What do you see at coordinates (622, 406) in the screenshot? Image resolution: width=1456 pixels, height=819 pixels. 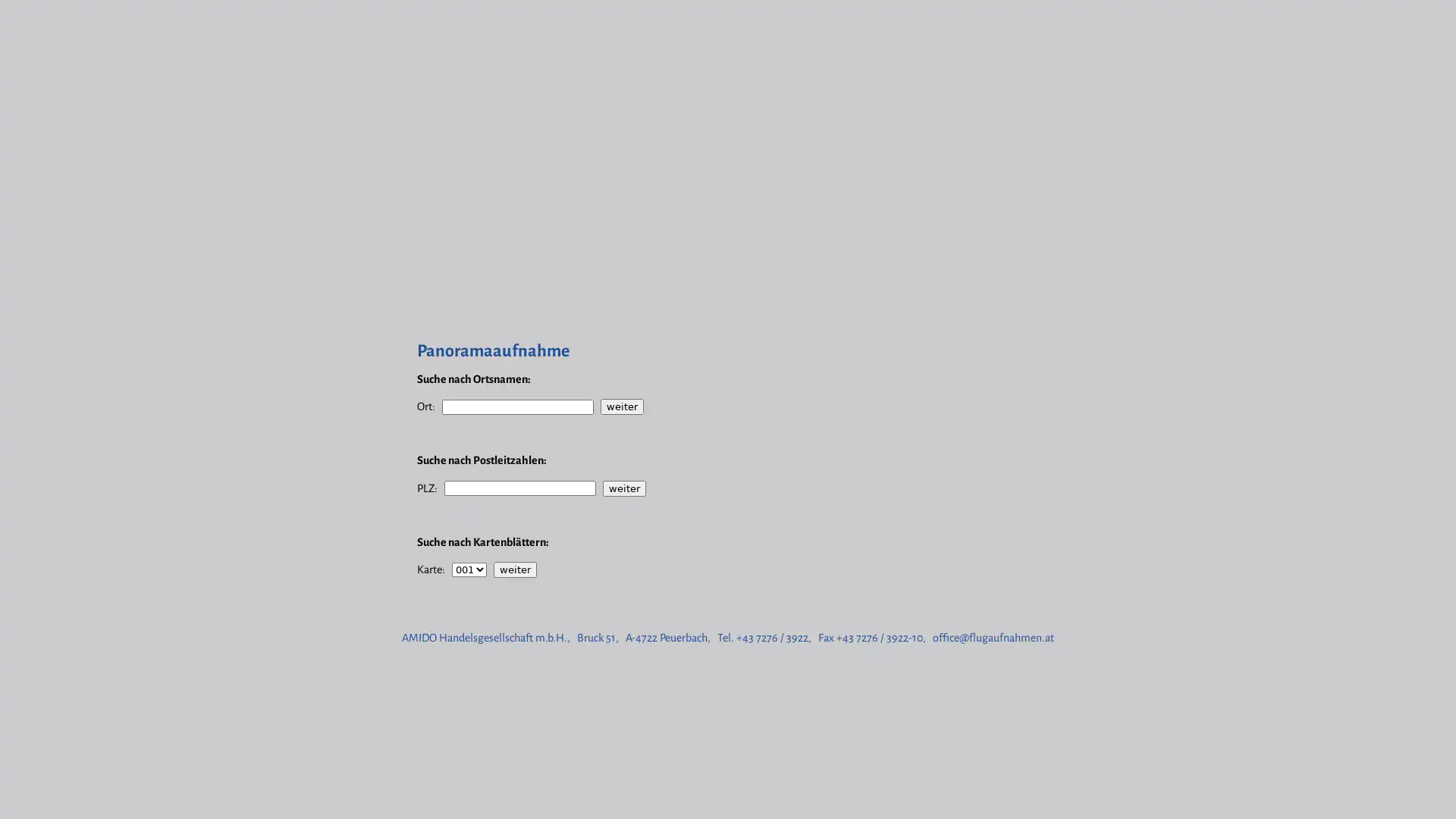 I see `weiter` at bounding box center [622, 406].